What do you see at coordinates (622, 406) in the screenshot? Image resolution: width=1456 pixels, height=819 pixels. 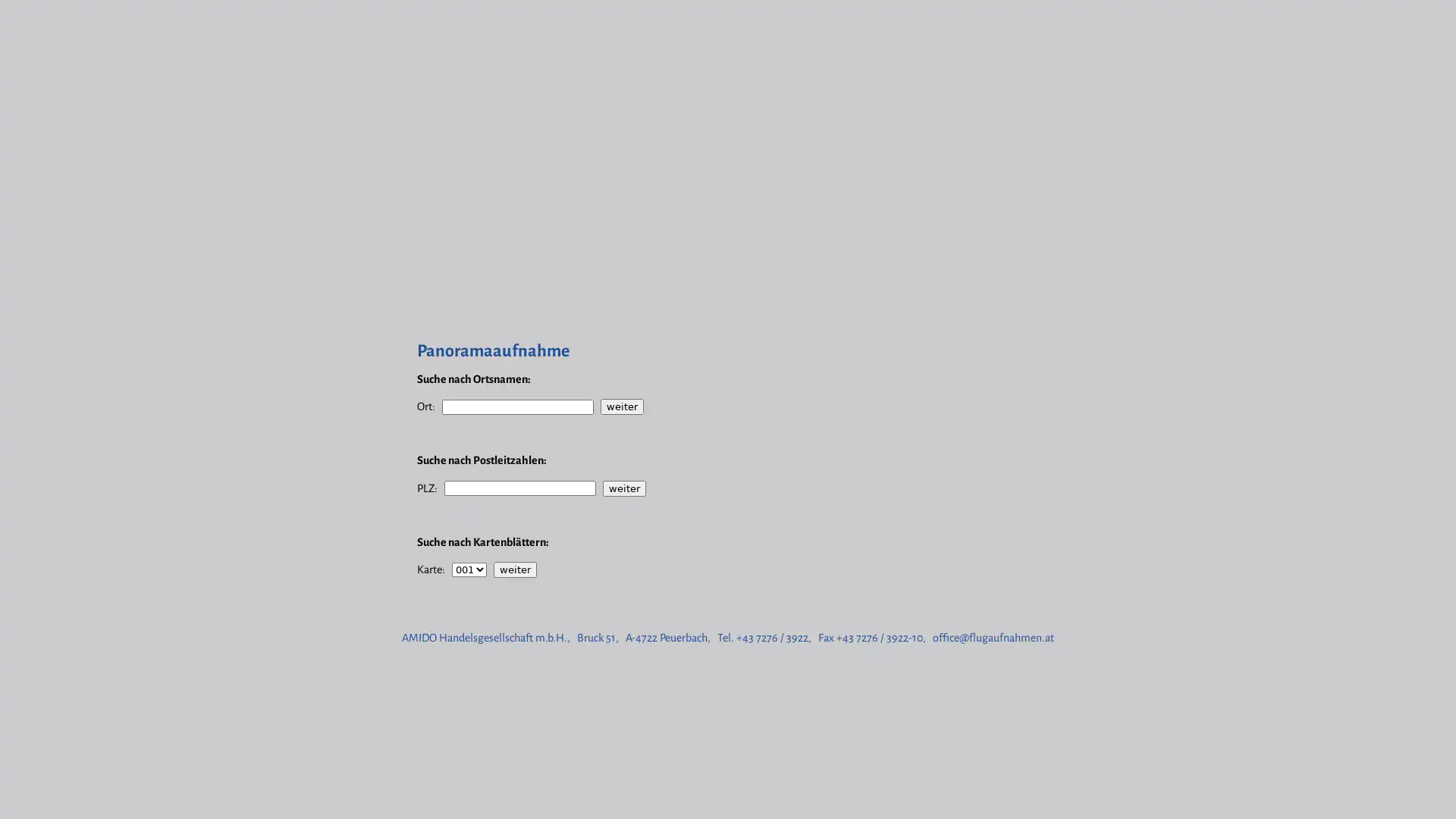 I see `weiter` at bounding box center [622, 406].